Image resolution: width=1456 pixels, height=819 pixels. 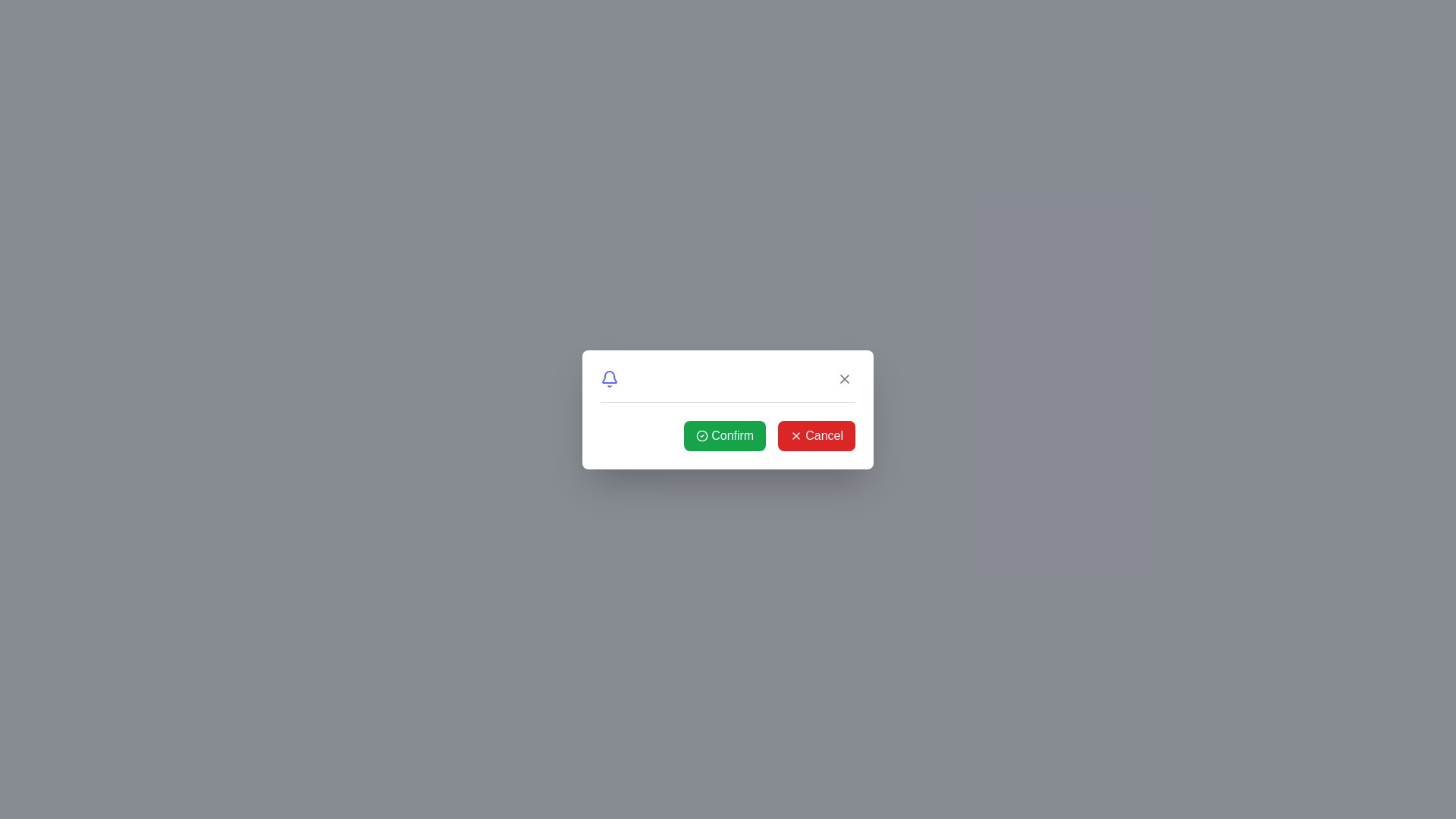 What do you see at coordinates (728, 435) in the screenshot?
I see `the Confirm button on the Button Group located at the bottom of the white card to proceed with the current operation` at bounding box center [728, 435].